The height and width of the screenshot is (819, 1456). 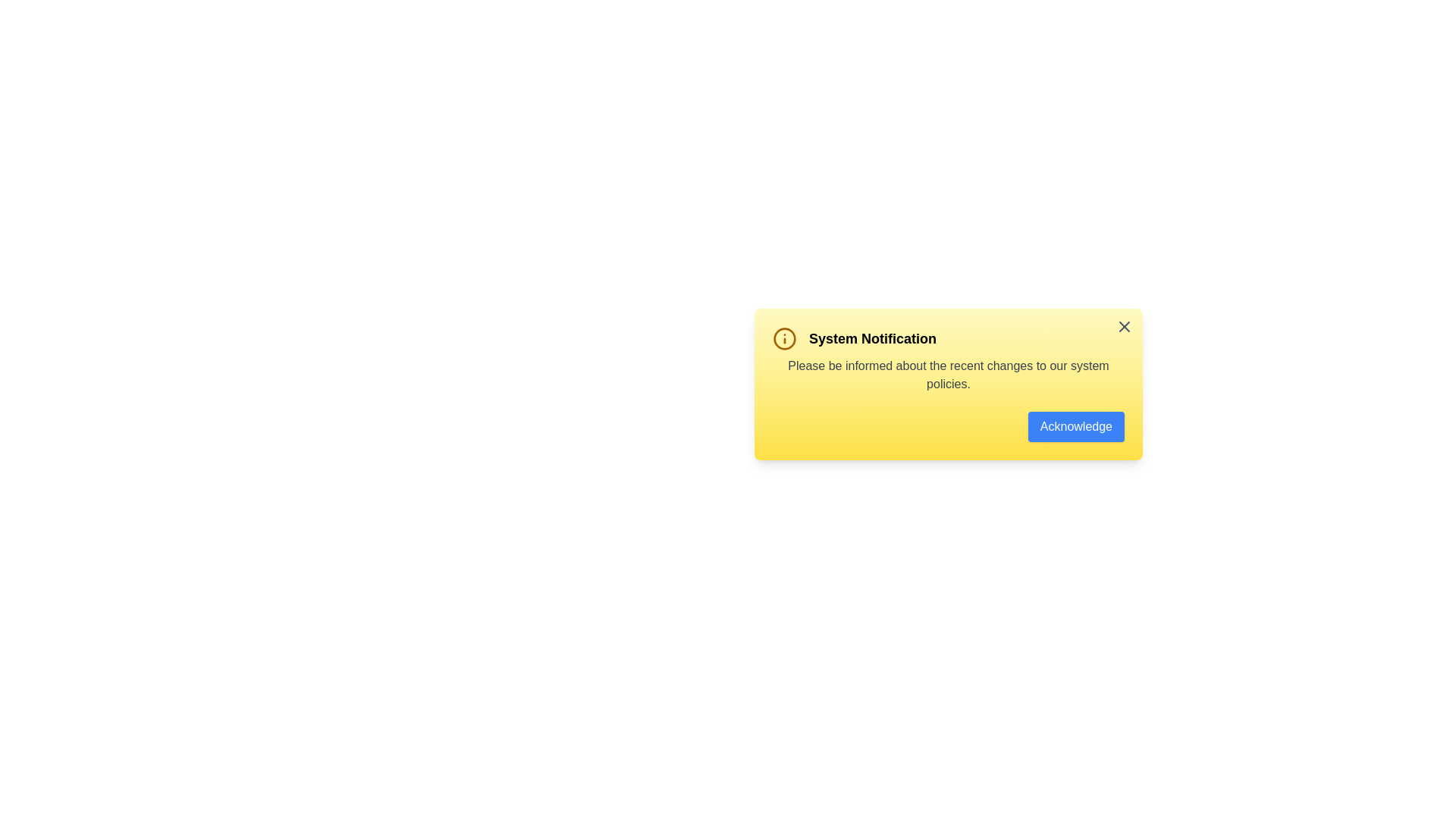 What do you see at coordinates (1125, 326) in the screenshot?
I see `the close button in the top-right corner of the alert` at bounding box center [1125, 326].